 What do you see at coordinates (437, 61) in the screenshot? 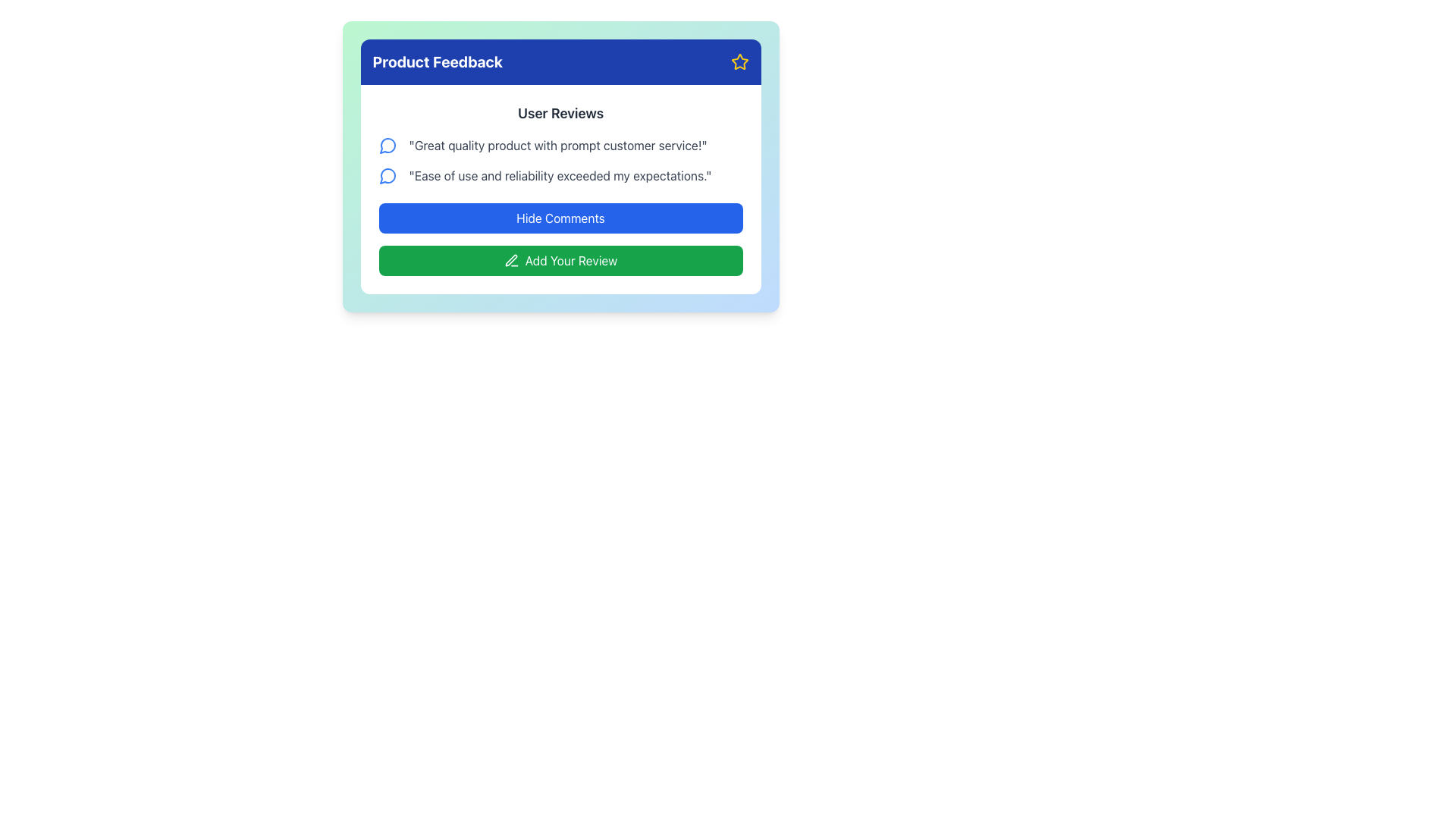
I see `the header label indicating 'Product Feedback', which is positioned at the top-left corner inside a blue rectangular bar` at bounding box center [437, 61].